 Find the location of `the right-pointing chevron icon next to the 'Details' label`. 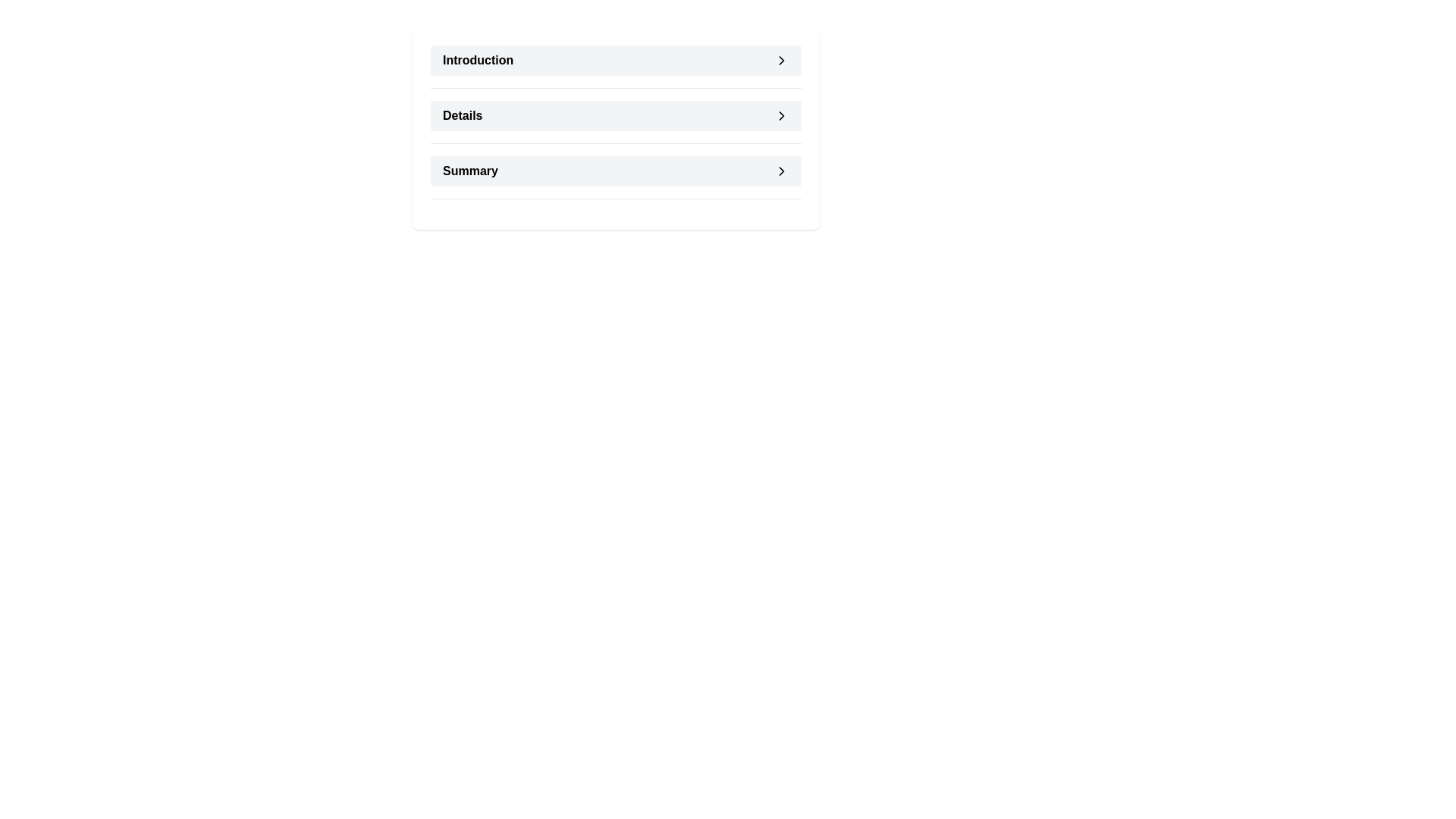

the right-pointing chevron icon next to the 'Details' label is located at coordinates (782, 115).